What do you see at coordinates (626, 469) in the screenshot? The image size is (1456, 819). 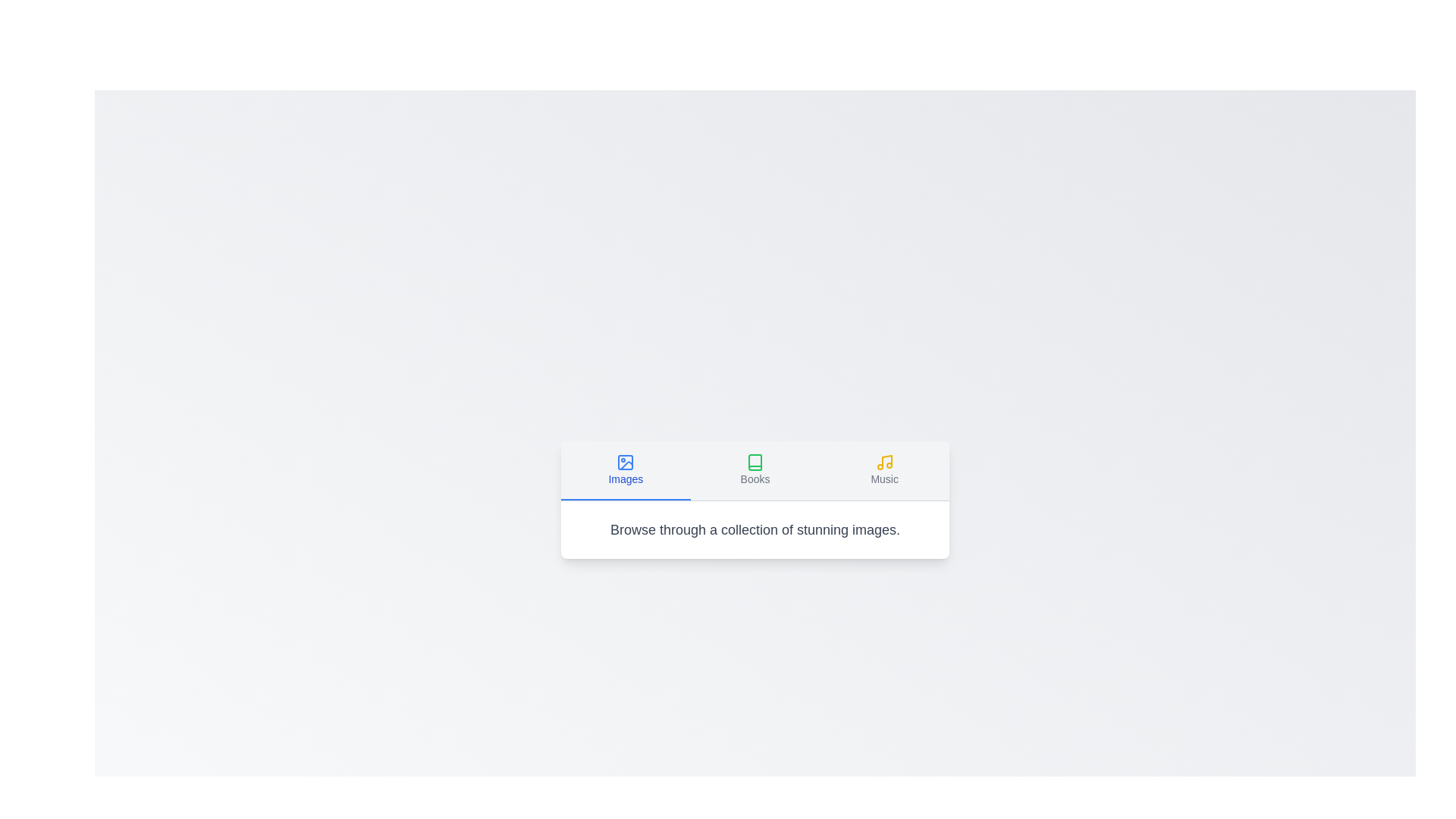 I see `the Images tab` at bounding box center [626, 469].